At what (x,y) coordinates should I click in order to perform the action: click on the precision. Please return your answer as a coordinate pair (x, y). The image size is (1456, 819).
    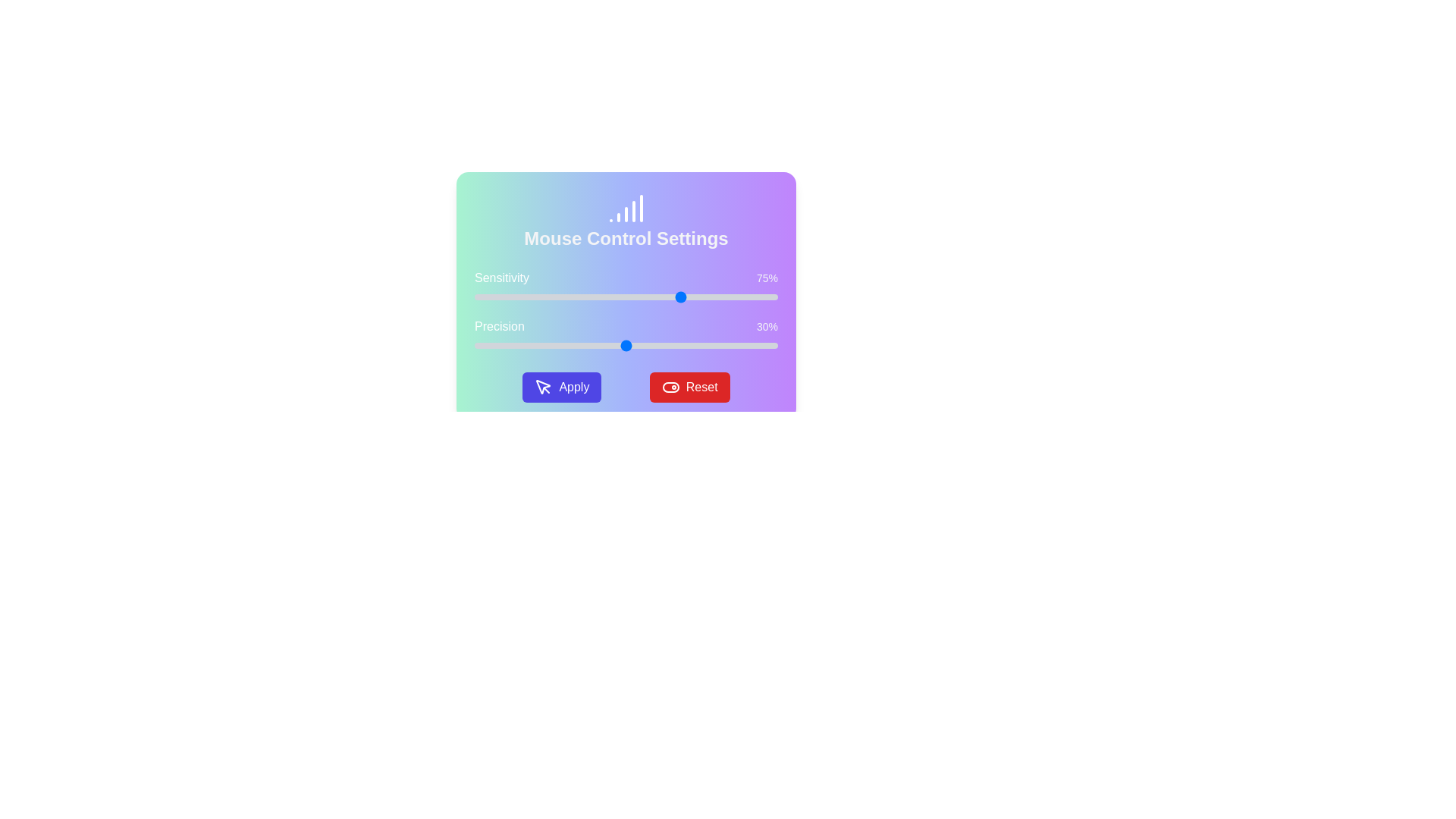
    Looking at the image, I should click on (679, 345).